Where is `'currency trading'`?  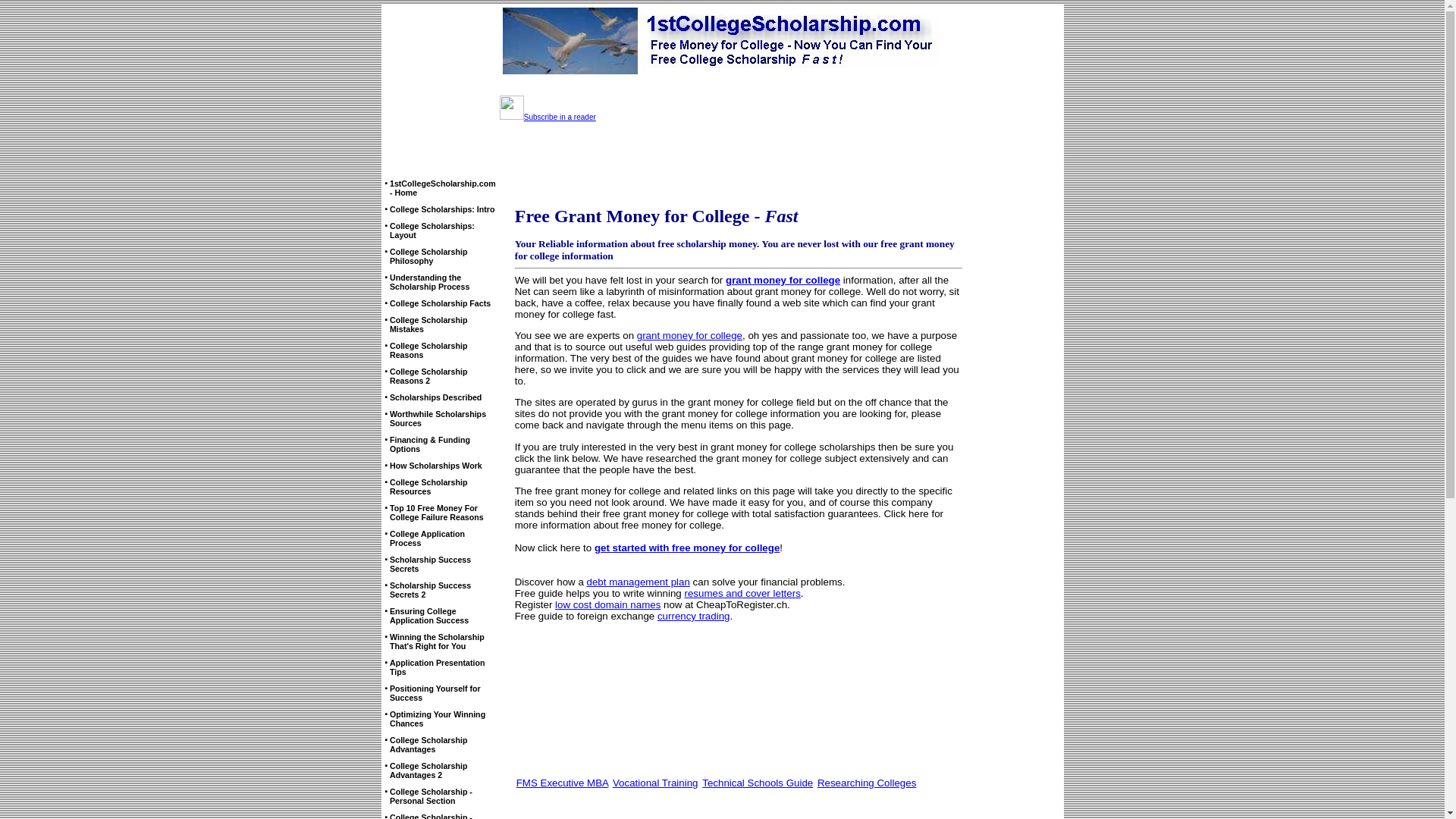 'currency trading' is located at coordinates (657, 616).